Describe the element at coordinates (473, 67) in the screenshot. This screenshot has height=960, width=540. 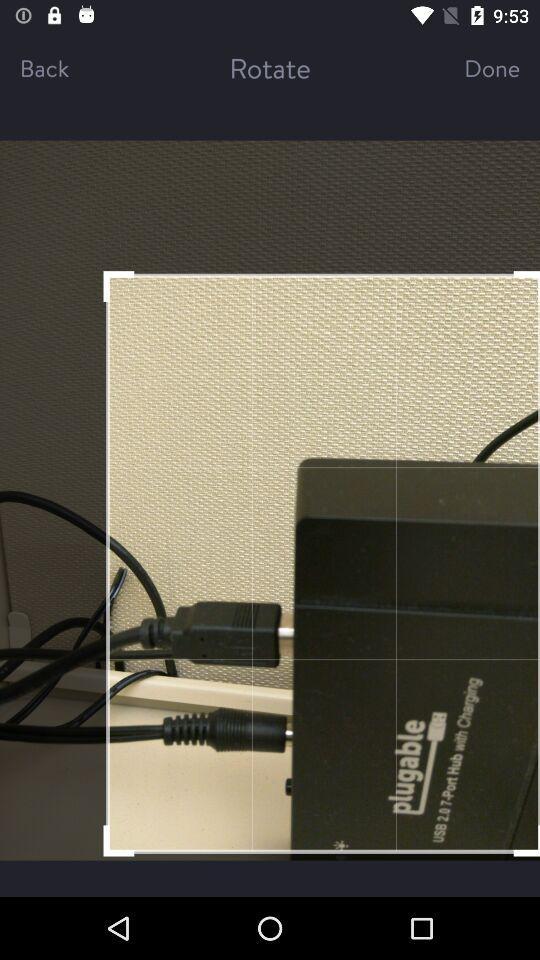
I see `the done item` at that location.